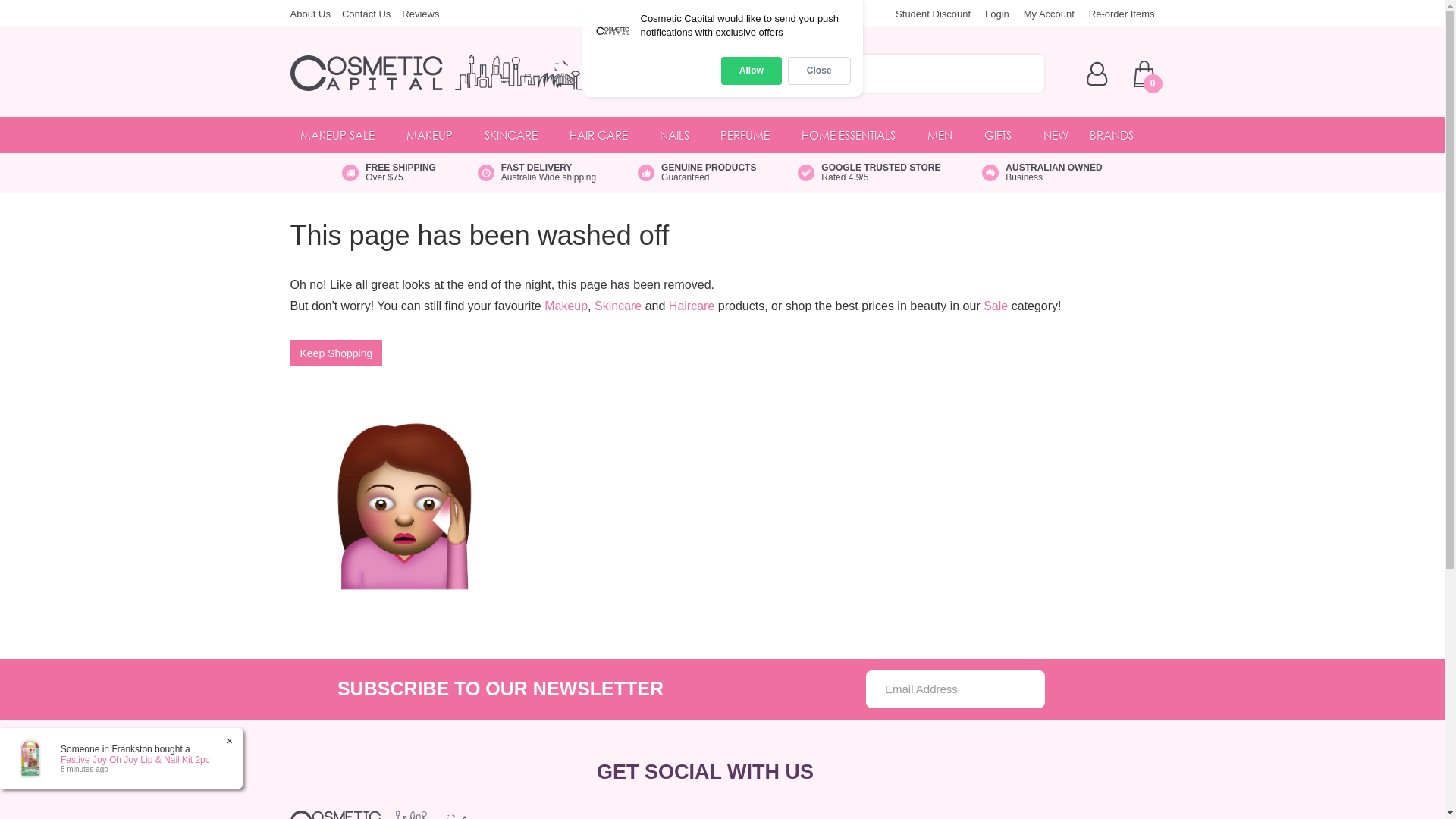 The width and height of the screenshot is (1456, 819). I want to click on 'GIFTS', so click(1003, 133).